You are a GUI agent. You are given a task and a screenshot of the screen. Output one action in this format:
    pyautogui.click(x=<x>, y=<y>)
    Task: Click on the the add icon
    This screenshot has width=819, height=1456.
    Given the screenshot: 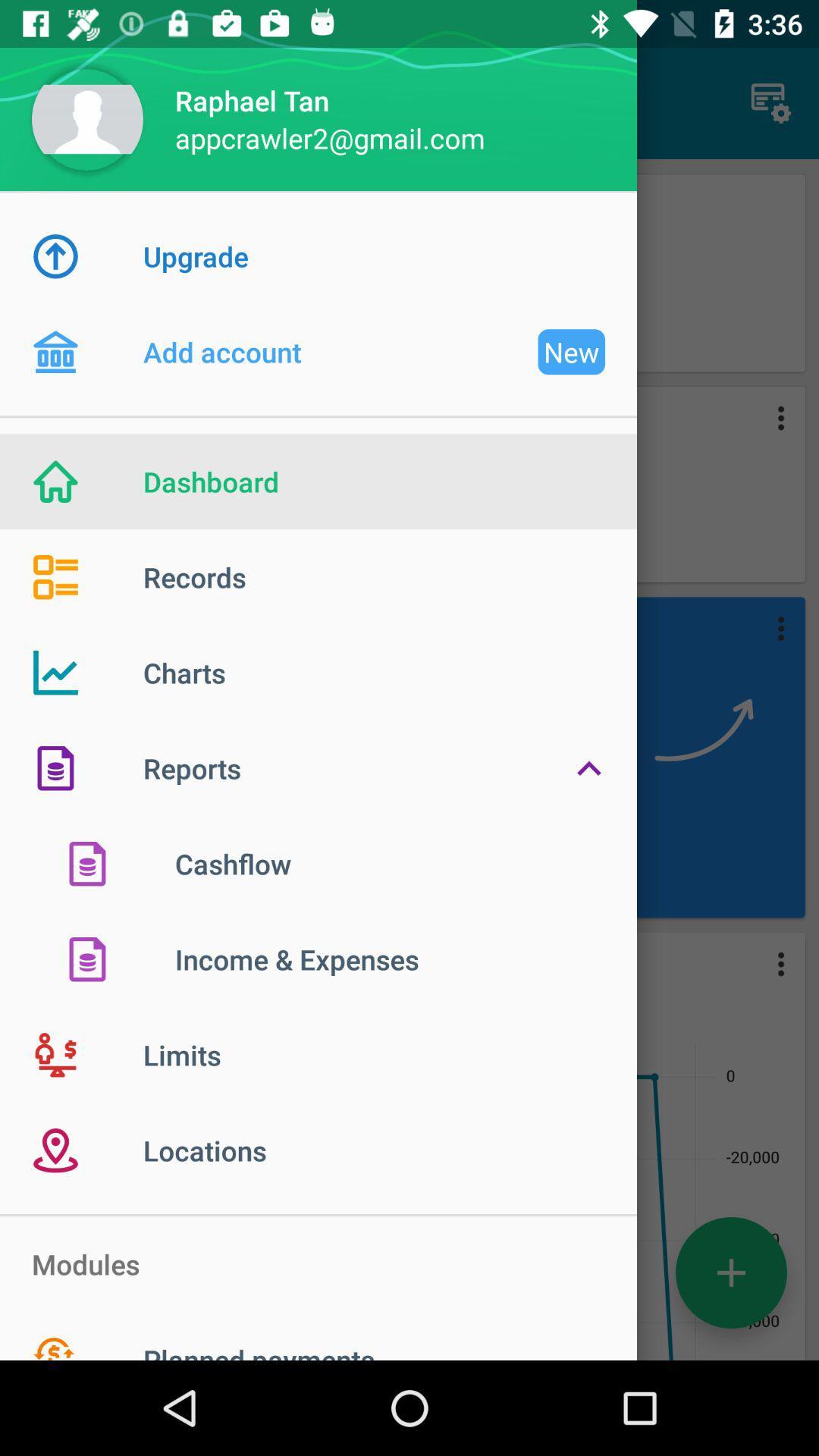 What is the action you would take?
    pyautogui.click(x=730, y=1272)
    